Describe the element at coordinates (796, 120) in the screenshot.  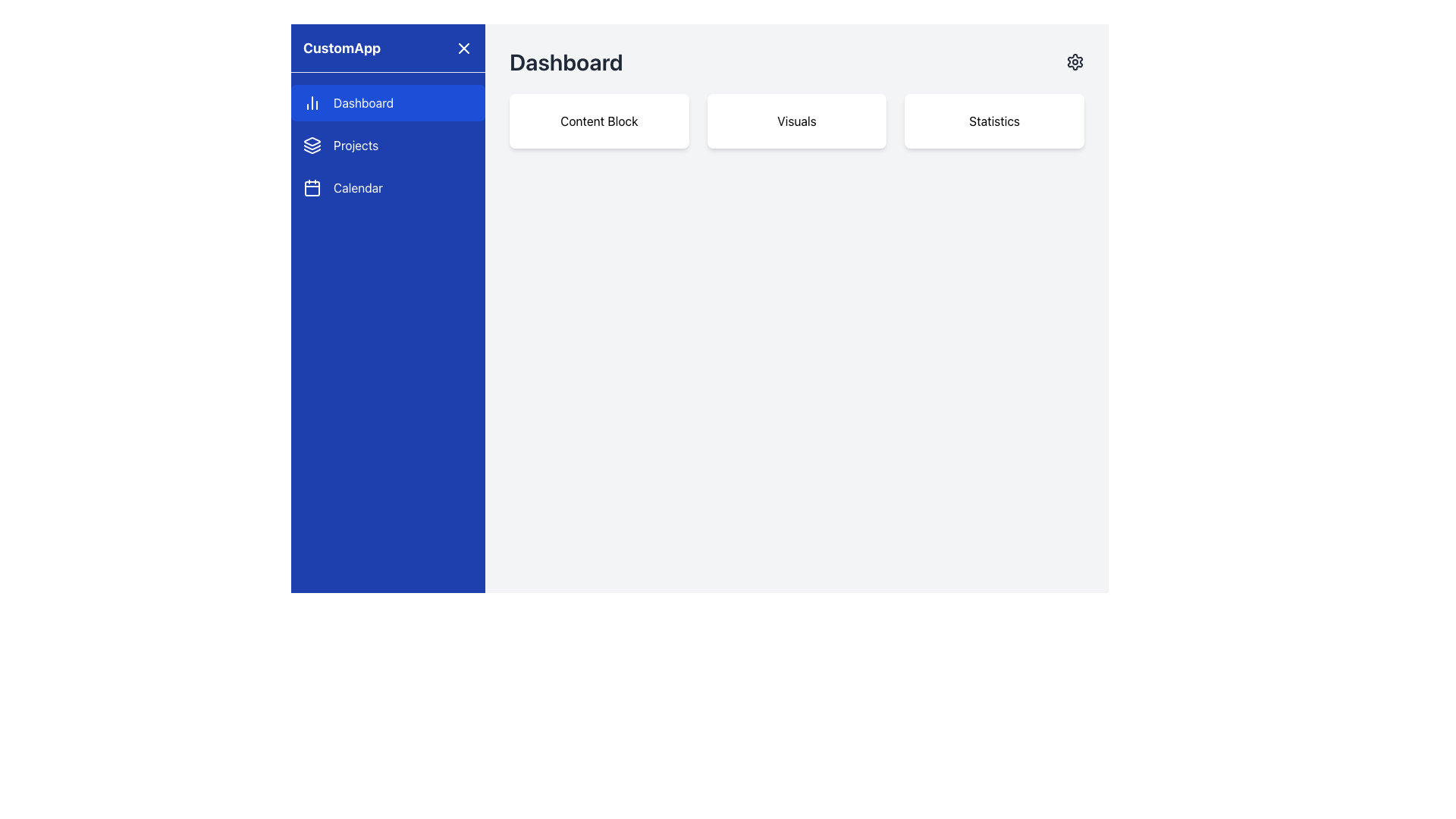
I see `the 'Visuals' block within the grid layout` at that location.